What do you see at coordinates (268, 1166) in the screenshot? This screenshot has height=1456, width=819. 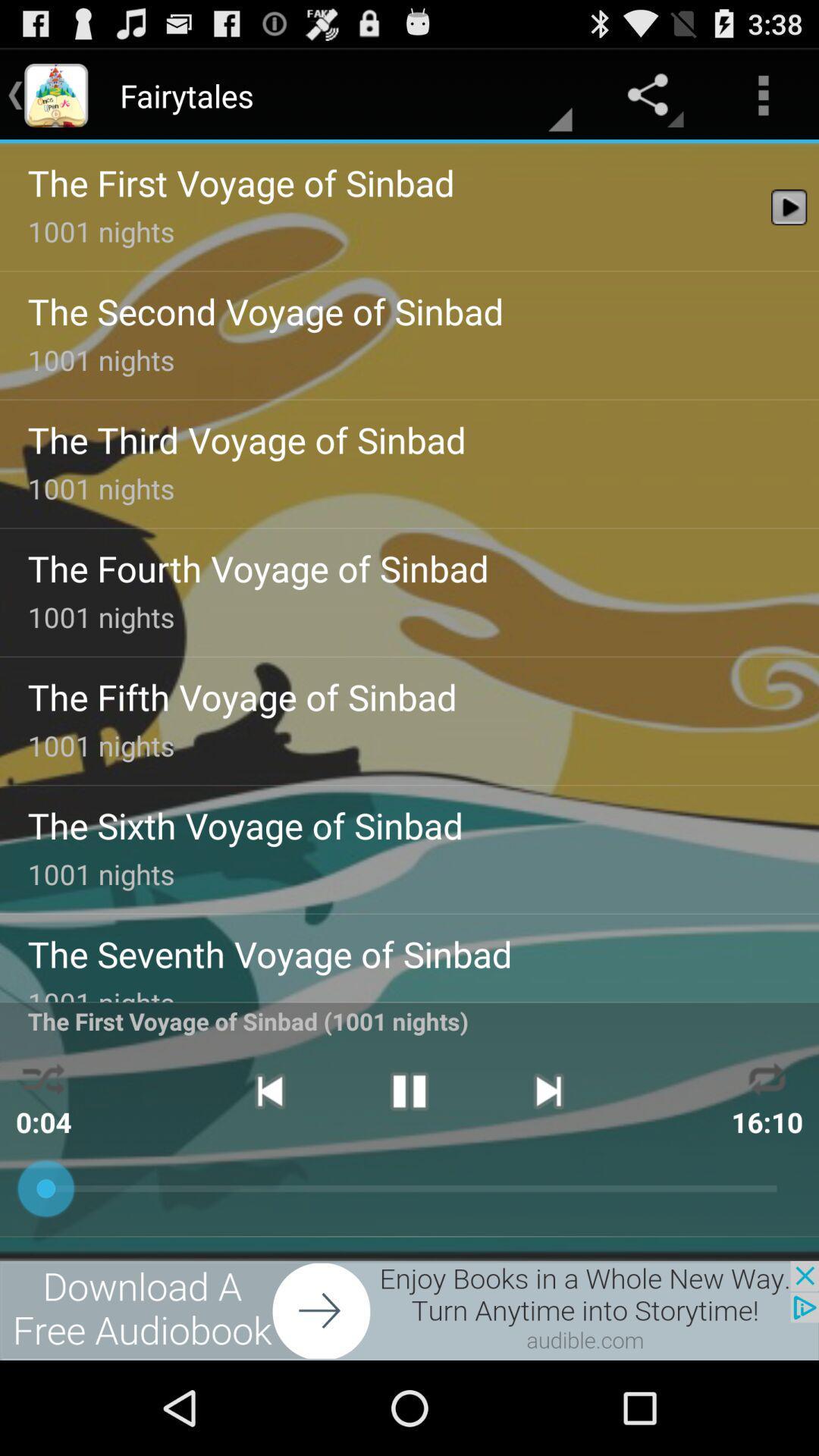 I see `the skip_previous icon` at bounding box center [268, 1166].